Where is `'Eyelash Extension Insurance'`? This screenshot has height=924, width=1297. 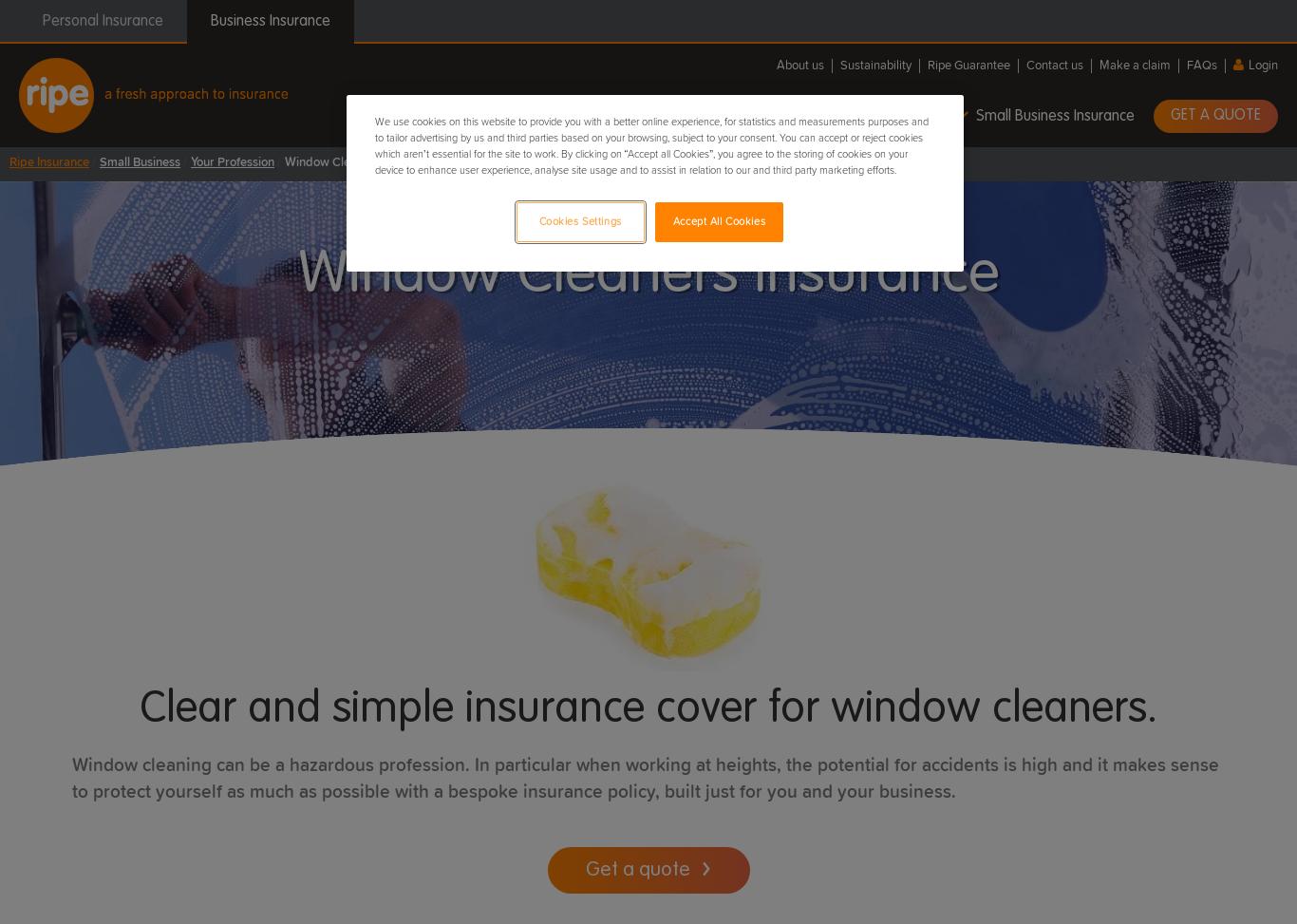 'Eyelash Extension Insurance' is located at coordinates (122, 325).